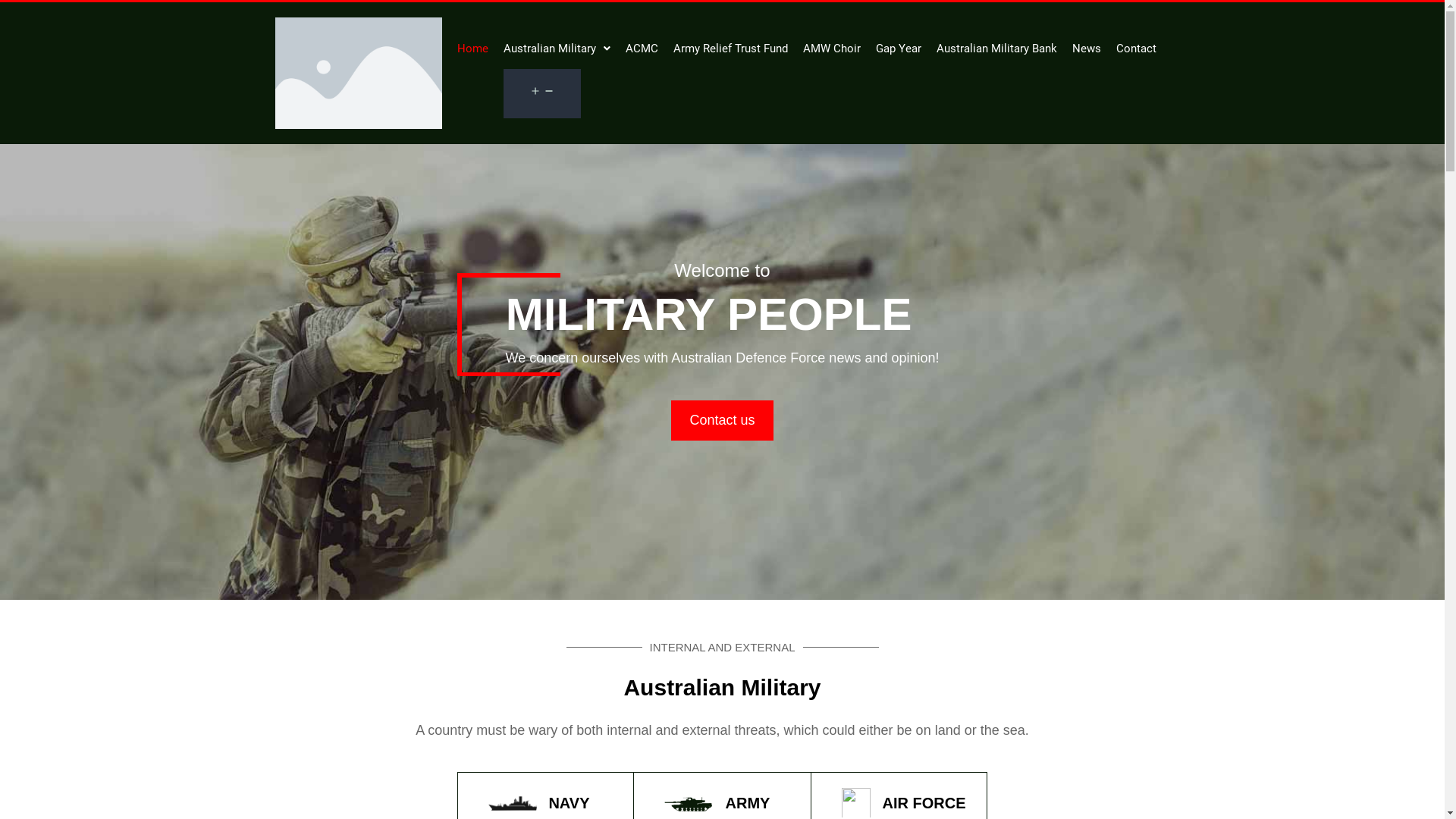  I want to click on 'Australian Military Bank', so click(996, 48).